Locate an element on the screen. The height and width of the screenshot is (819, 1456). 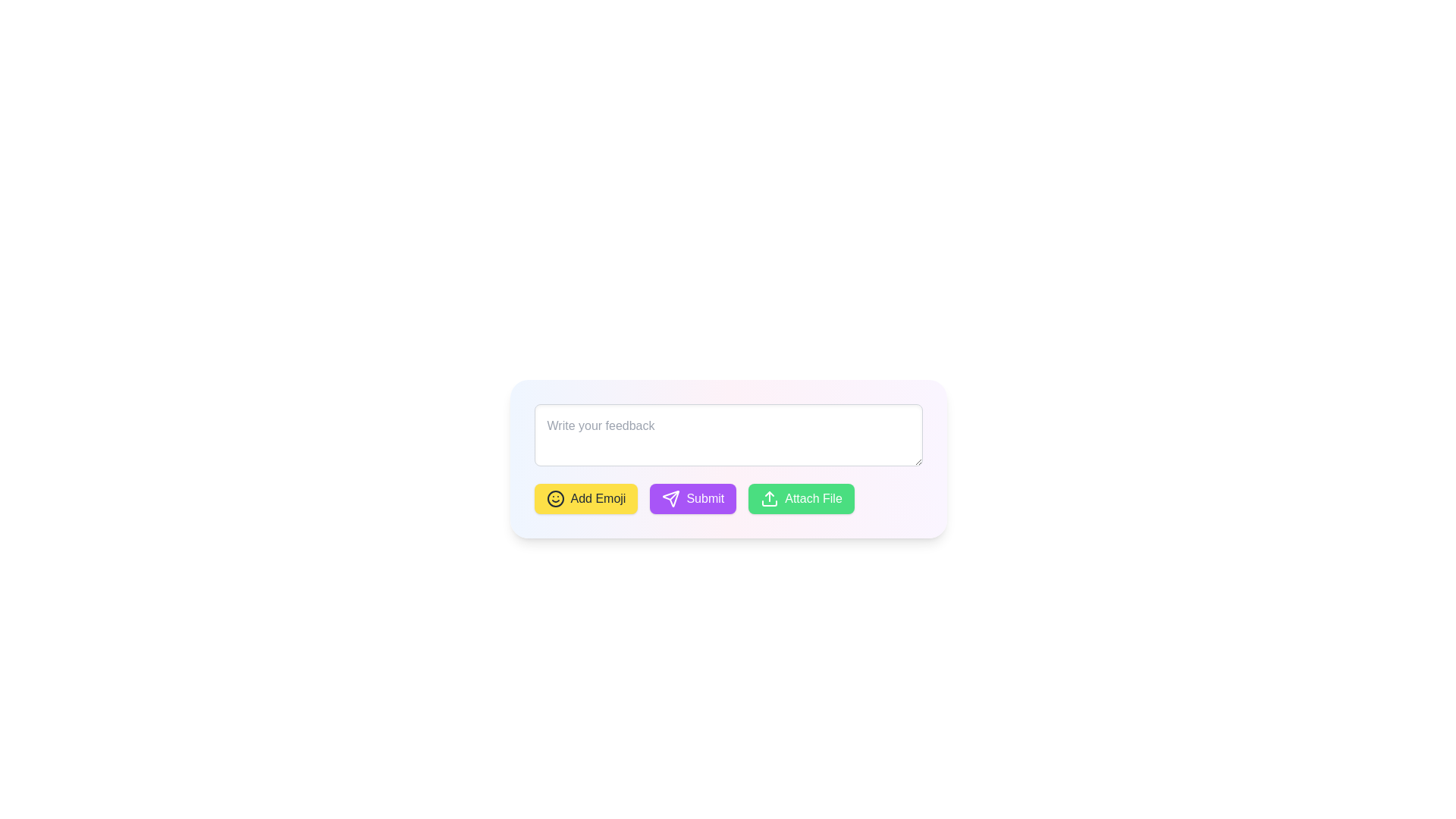
the 'Add Emoji' button, which is a yellow rectangular button with rounded corners located at the bottom left of the interface, to observe any tooltip or visual feedback is located at coordinates (585, 499).